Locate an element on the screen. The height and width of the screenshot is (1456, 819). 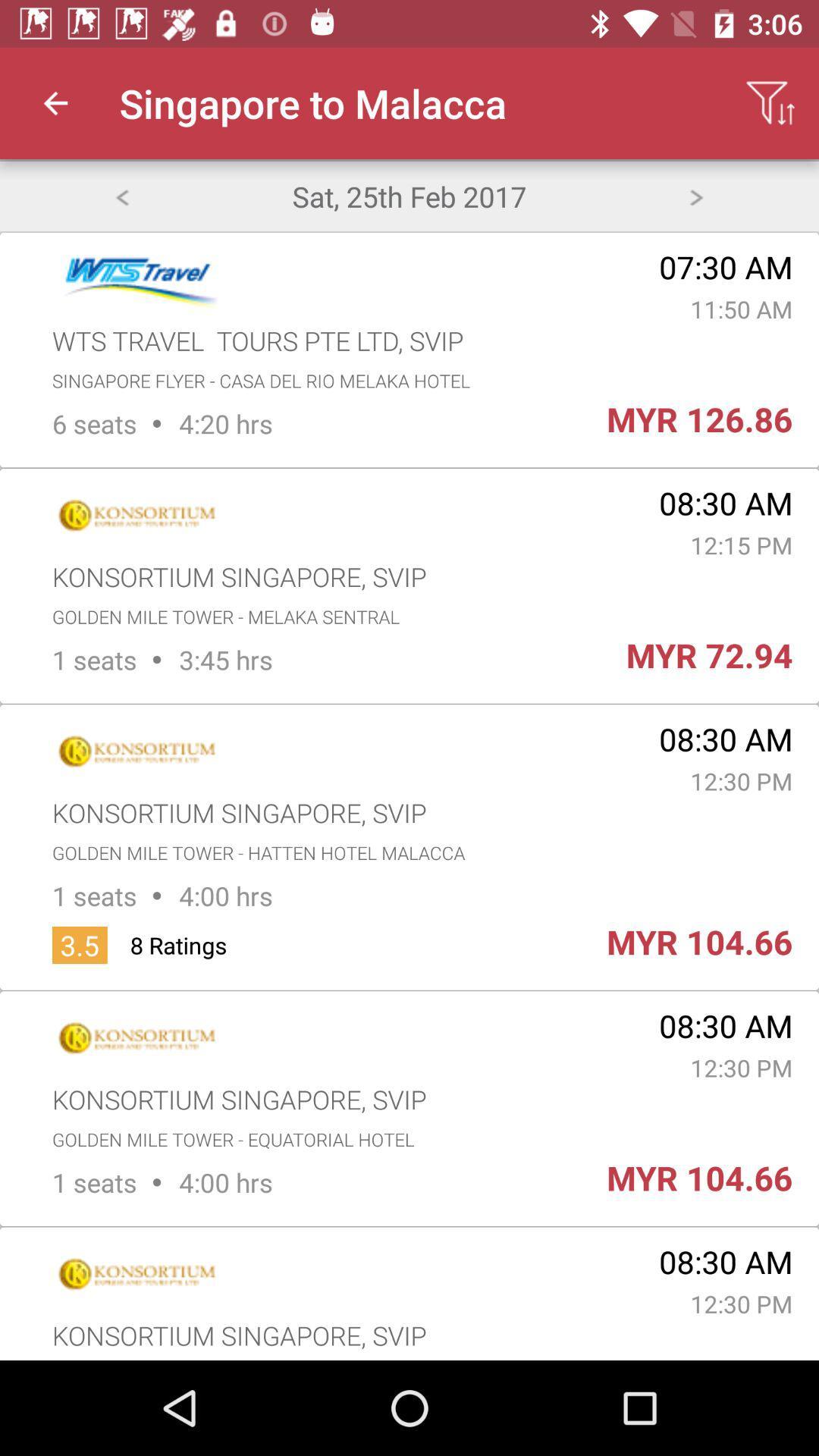
back a day is located at coordinates (121, 195).